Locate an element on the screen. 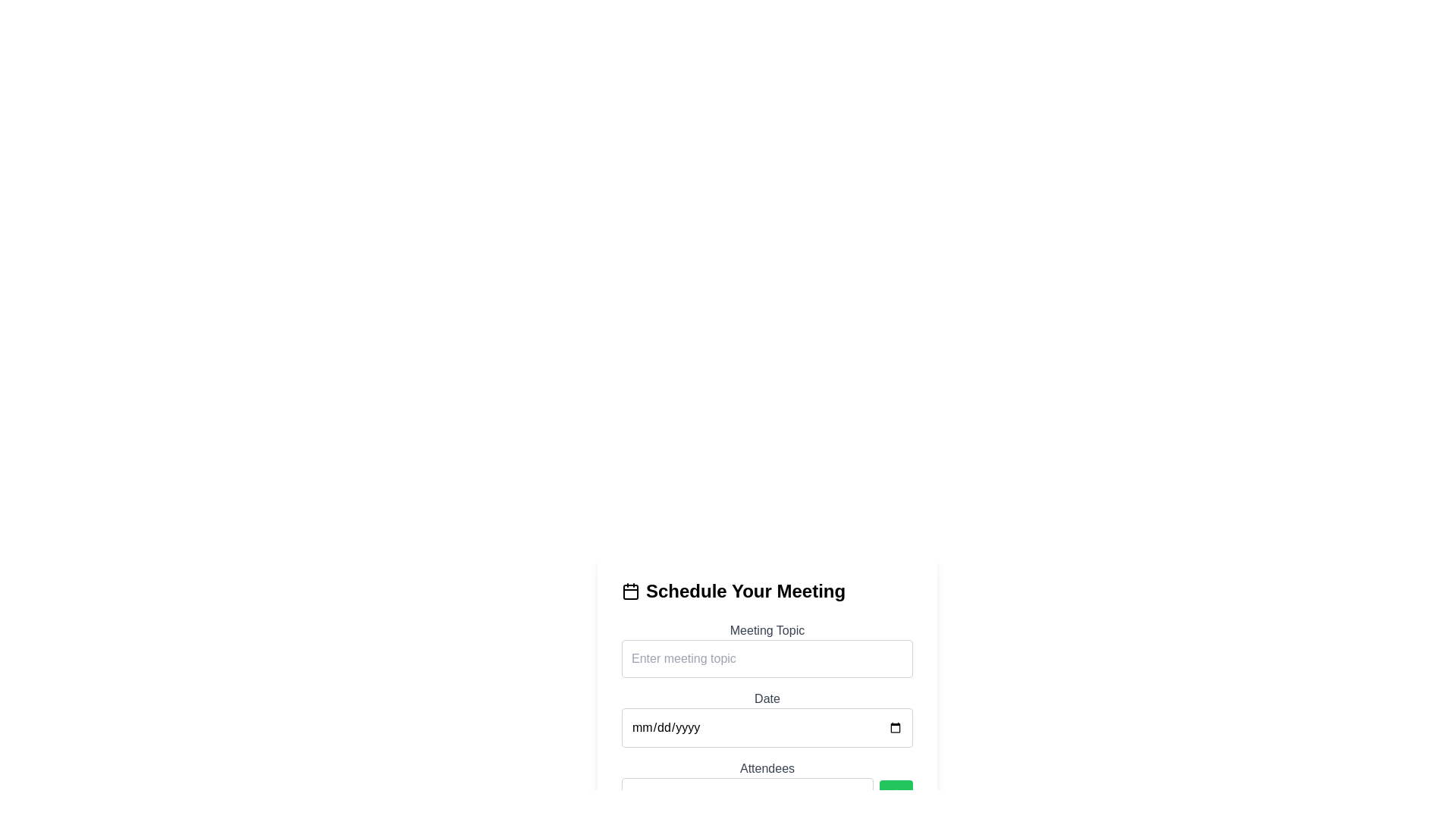  the circular plus icon button with a green background located at the bottom right corner of the 'Attendees' input field is located at coordinates (896, 795).